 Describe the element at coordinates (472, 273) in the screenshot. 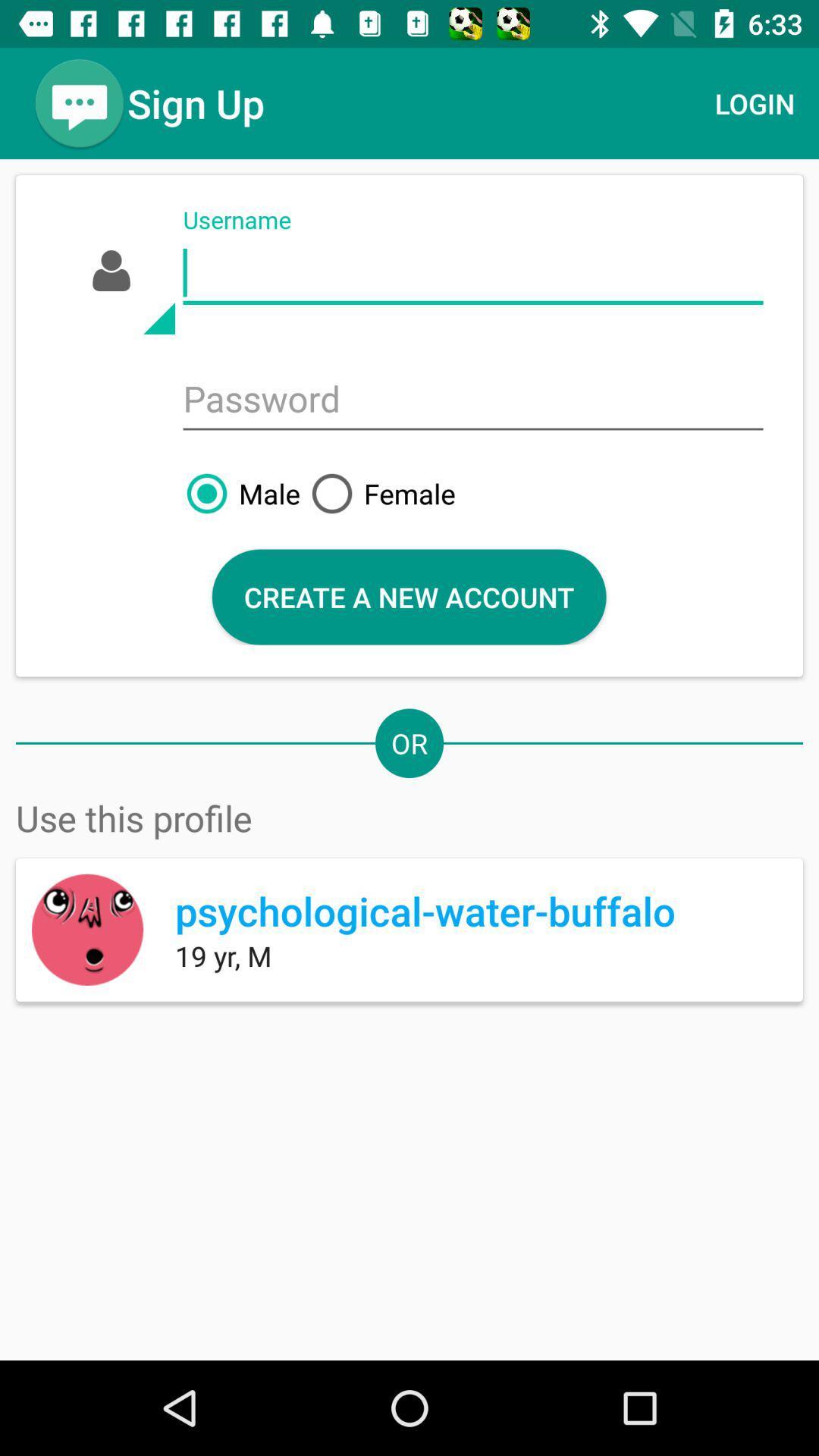

I see `open username text field` at that location.